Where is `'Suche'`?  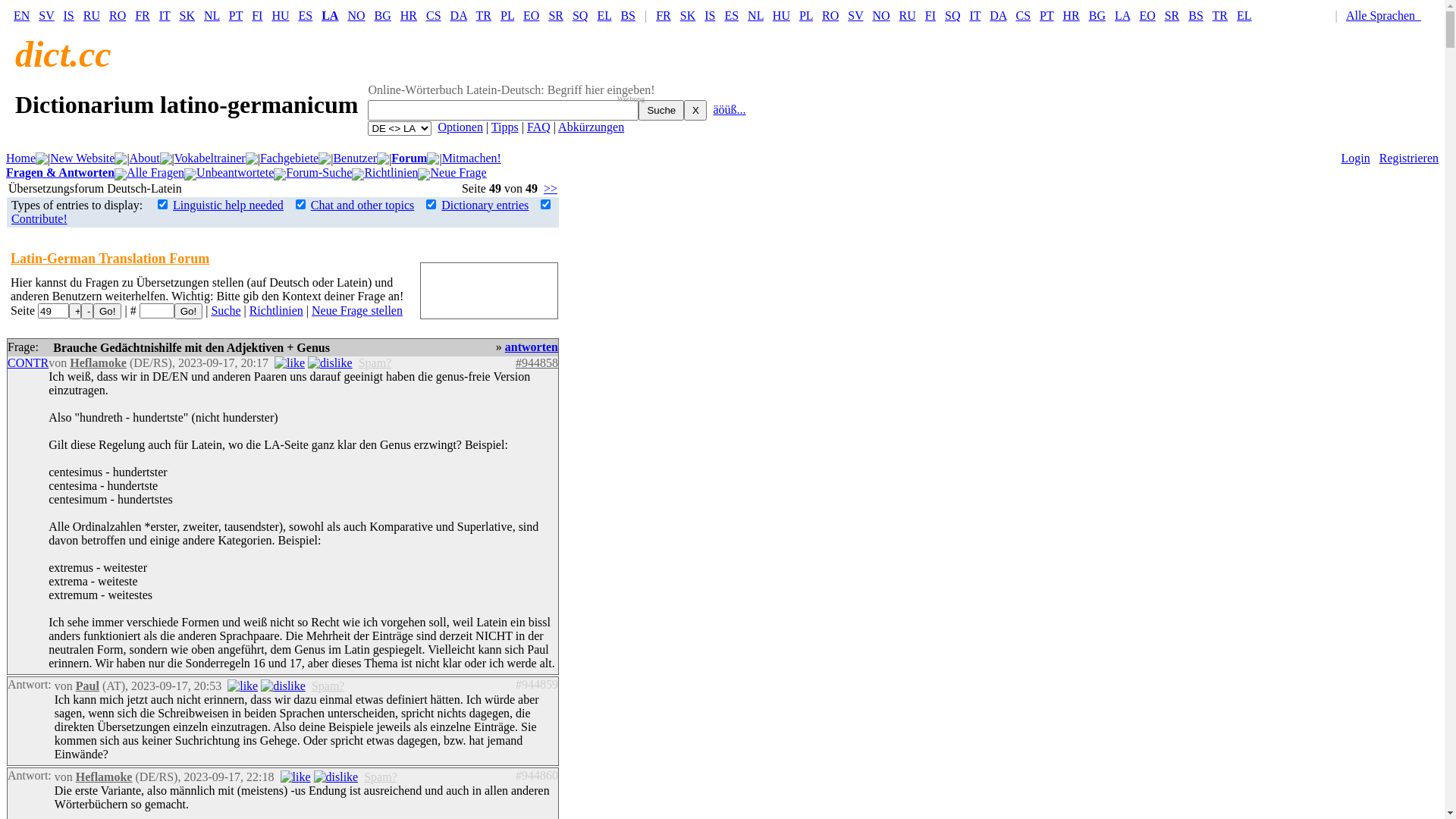 'Suche' is located at coordinates (224, 309).